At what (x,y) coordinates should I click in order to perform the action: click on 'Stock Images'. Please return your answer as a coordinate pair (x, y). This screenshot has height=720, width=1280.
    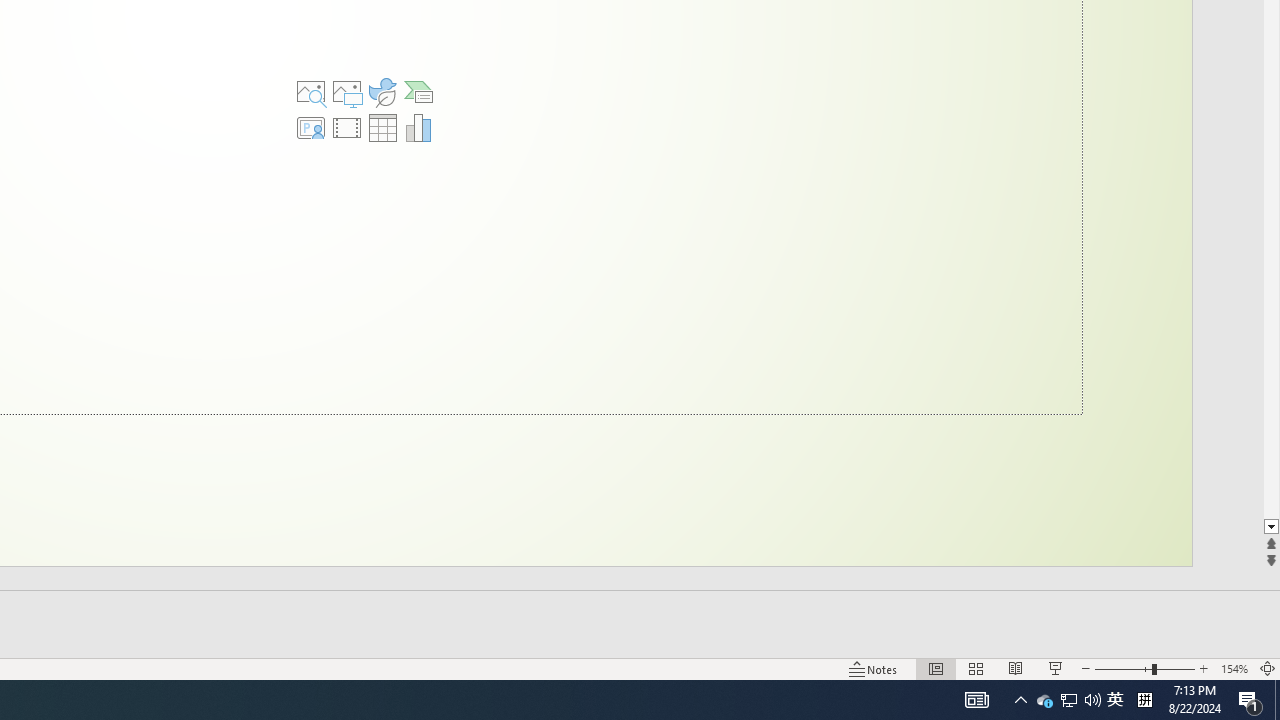
    Looking at the image, I should click on (309, 92).